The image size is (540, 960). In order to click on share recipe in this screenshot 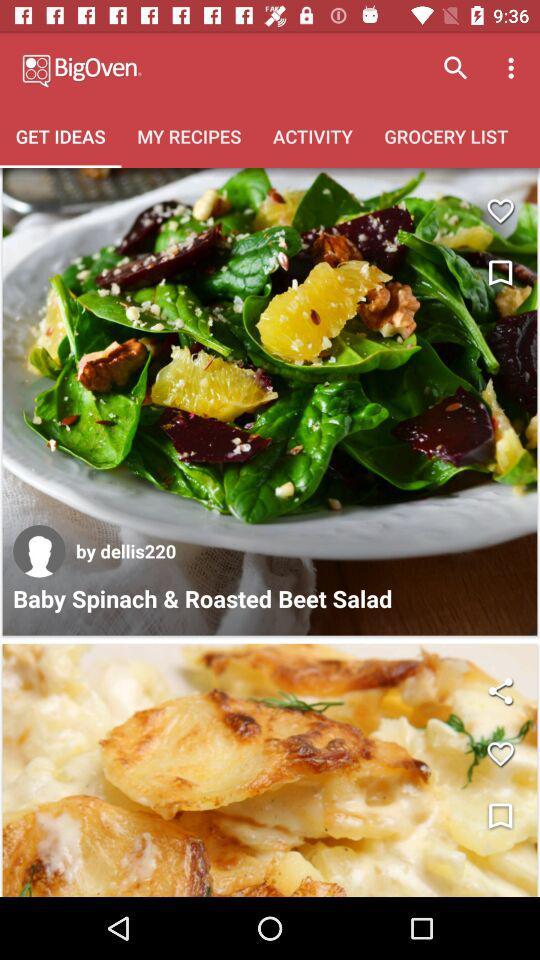, I will do `click(499, 691)`.